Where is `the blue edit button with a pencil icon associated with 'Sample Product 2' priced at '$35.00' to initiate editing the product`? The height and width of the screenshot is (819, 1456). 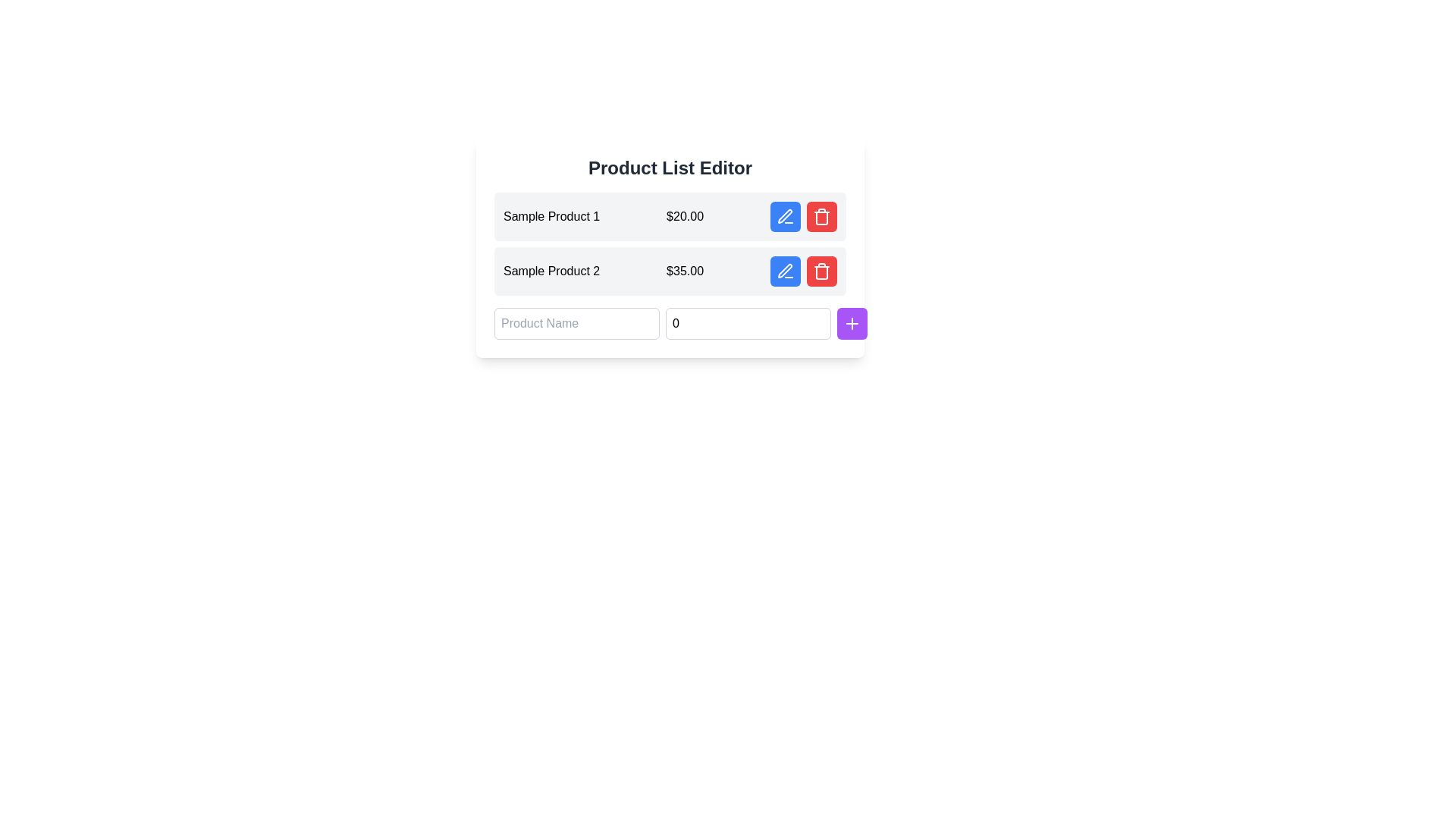
the blue edit button with a pencil icon associated with 'Sample Product 2' priced at '$35.00' to initiate editing the product is located at coordinates (803, 271).